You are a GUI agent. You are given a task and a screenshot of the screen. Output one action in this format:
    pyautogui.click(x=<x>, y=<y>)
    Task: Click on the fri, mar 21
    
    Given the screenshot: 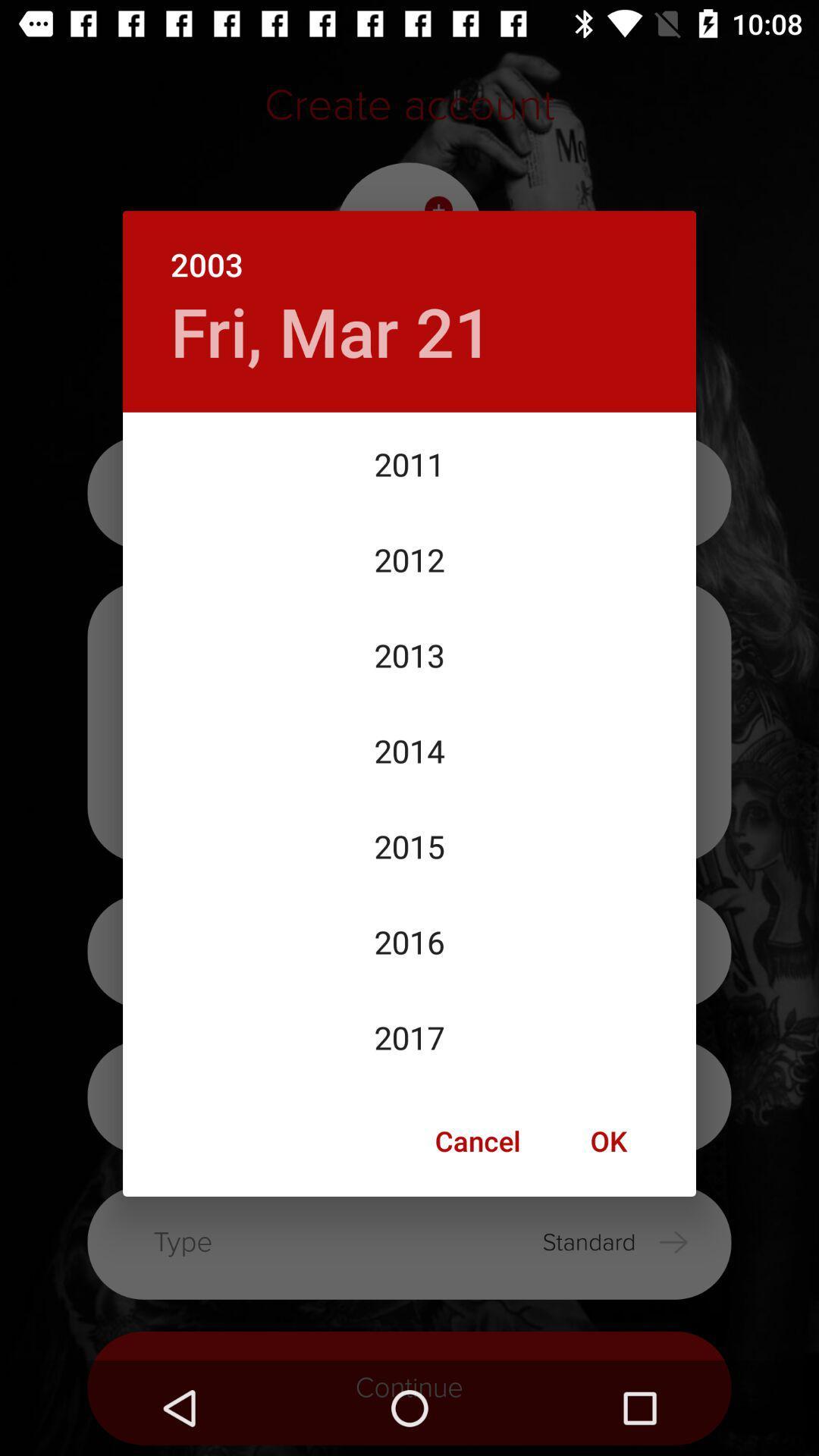 What is the action you would take?
    pyautogui.click(x=331, y=330)
    